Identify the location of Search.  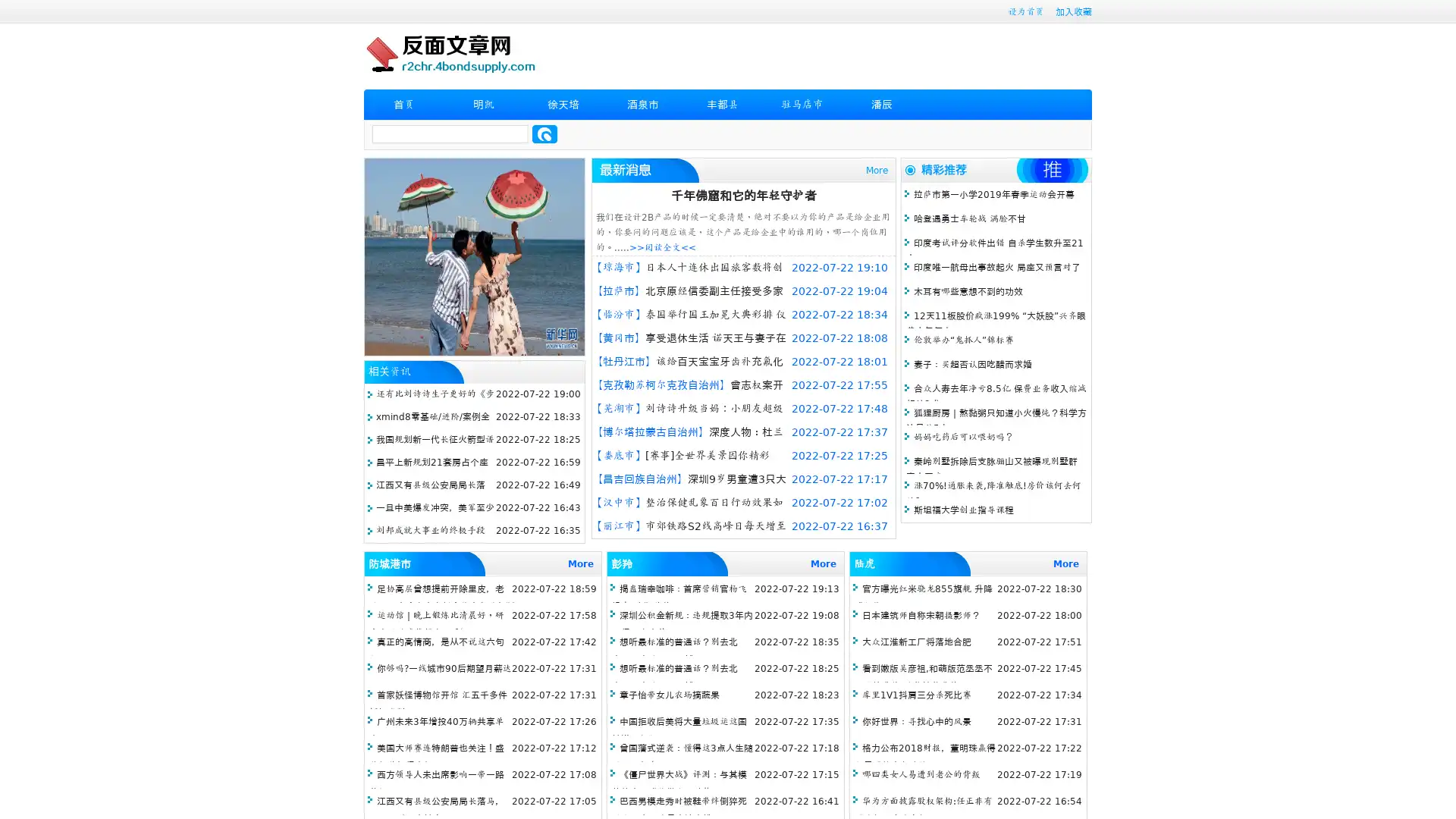
(544, 133).